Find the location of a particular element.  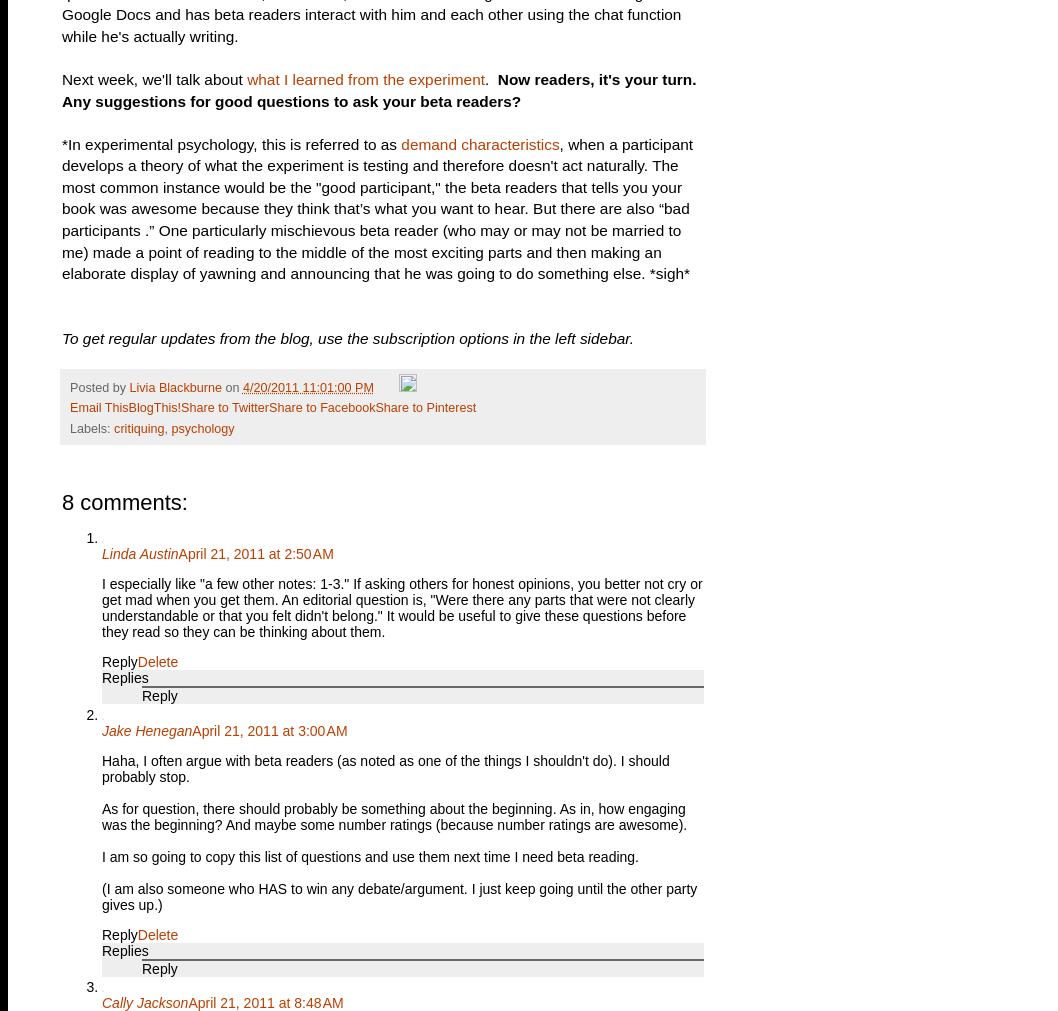

'Share to Pinterest' is located at coordinates (374, 407).